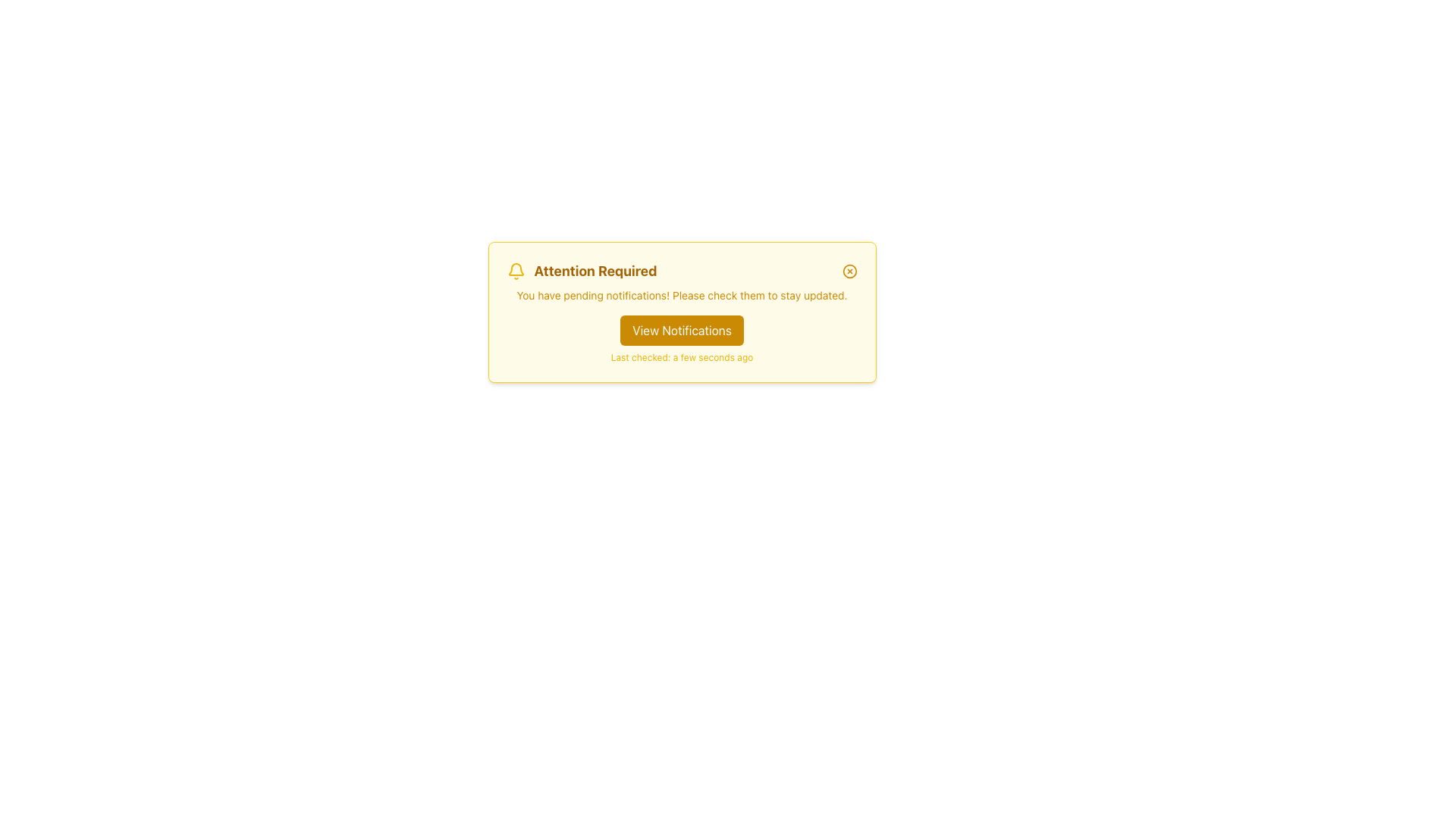  I want to click on the informational message about pending notifications, located centrally below the 'Attention Required' heading and above the 'View Notifications' button, so click(681, 295).